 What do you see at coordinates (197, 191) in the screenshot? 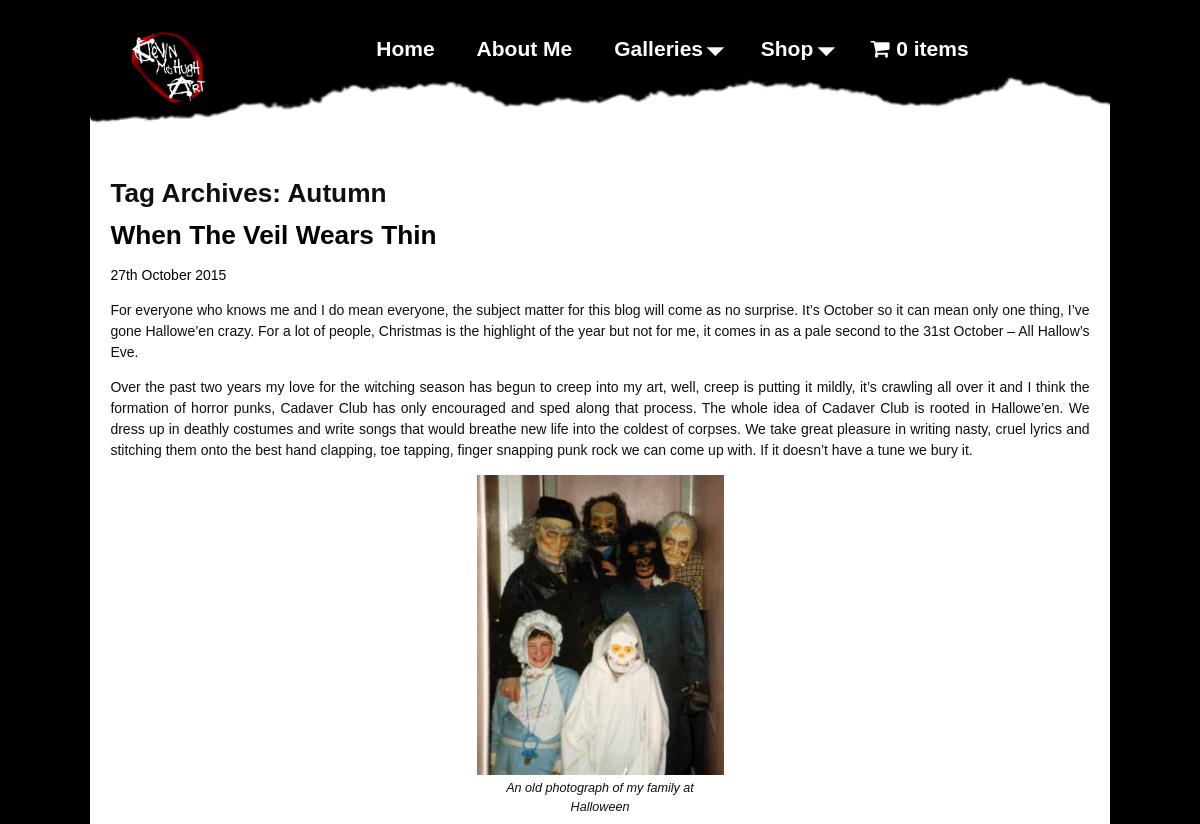
I see `'Tag Archives:'` at bounding box center [197, 191].